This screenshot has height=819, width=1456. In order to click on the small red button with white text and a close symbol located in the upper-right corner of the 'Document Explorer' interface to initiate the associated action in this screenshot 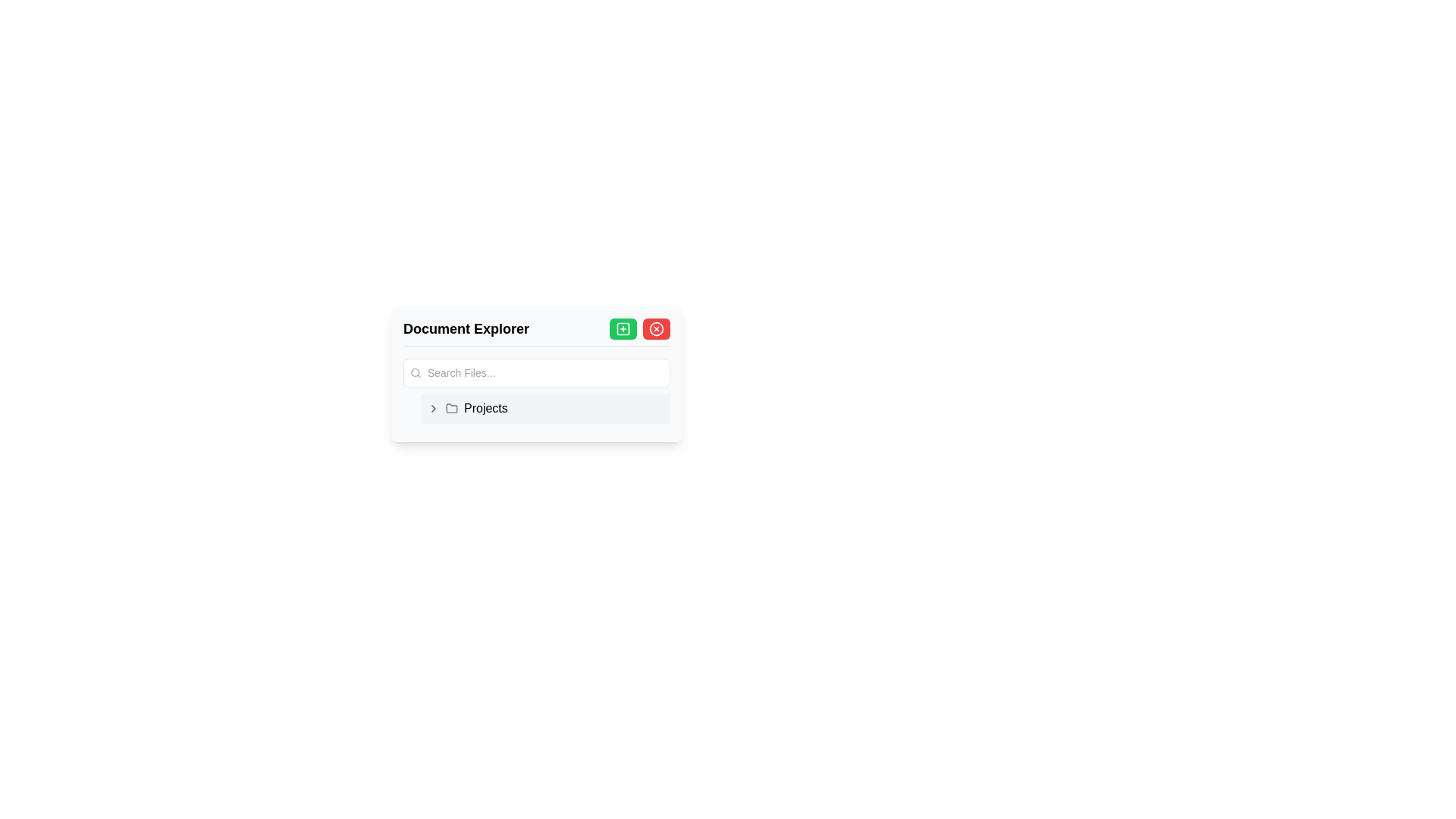, I will do `click(656, 328)`.